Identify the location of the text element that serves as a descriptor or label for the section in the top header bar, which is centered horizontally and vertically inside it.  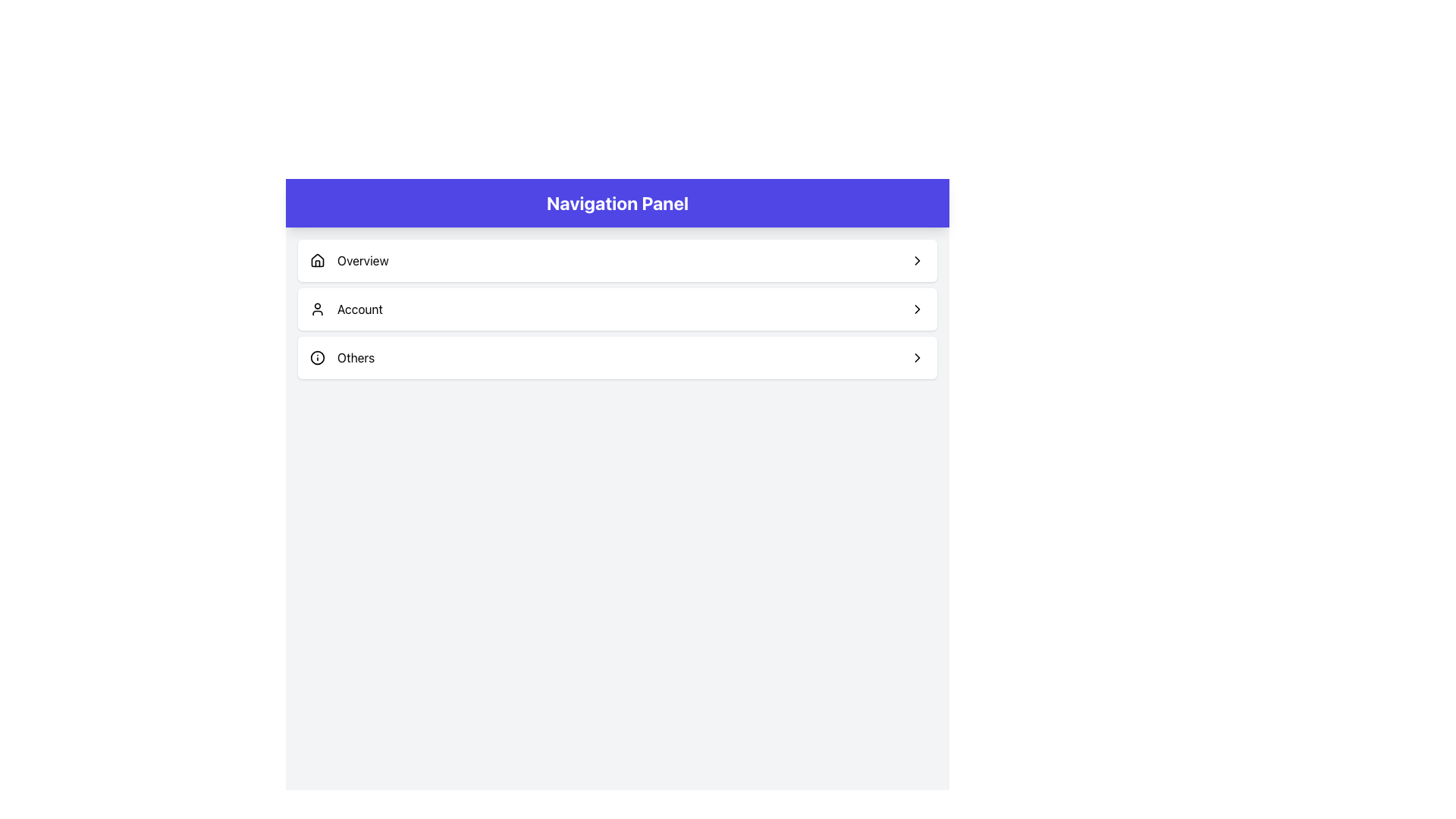
(617, 202).